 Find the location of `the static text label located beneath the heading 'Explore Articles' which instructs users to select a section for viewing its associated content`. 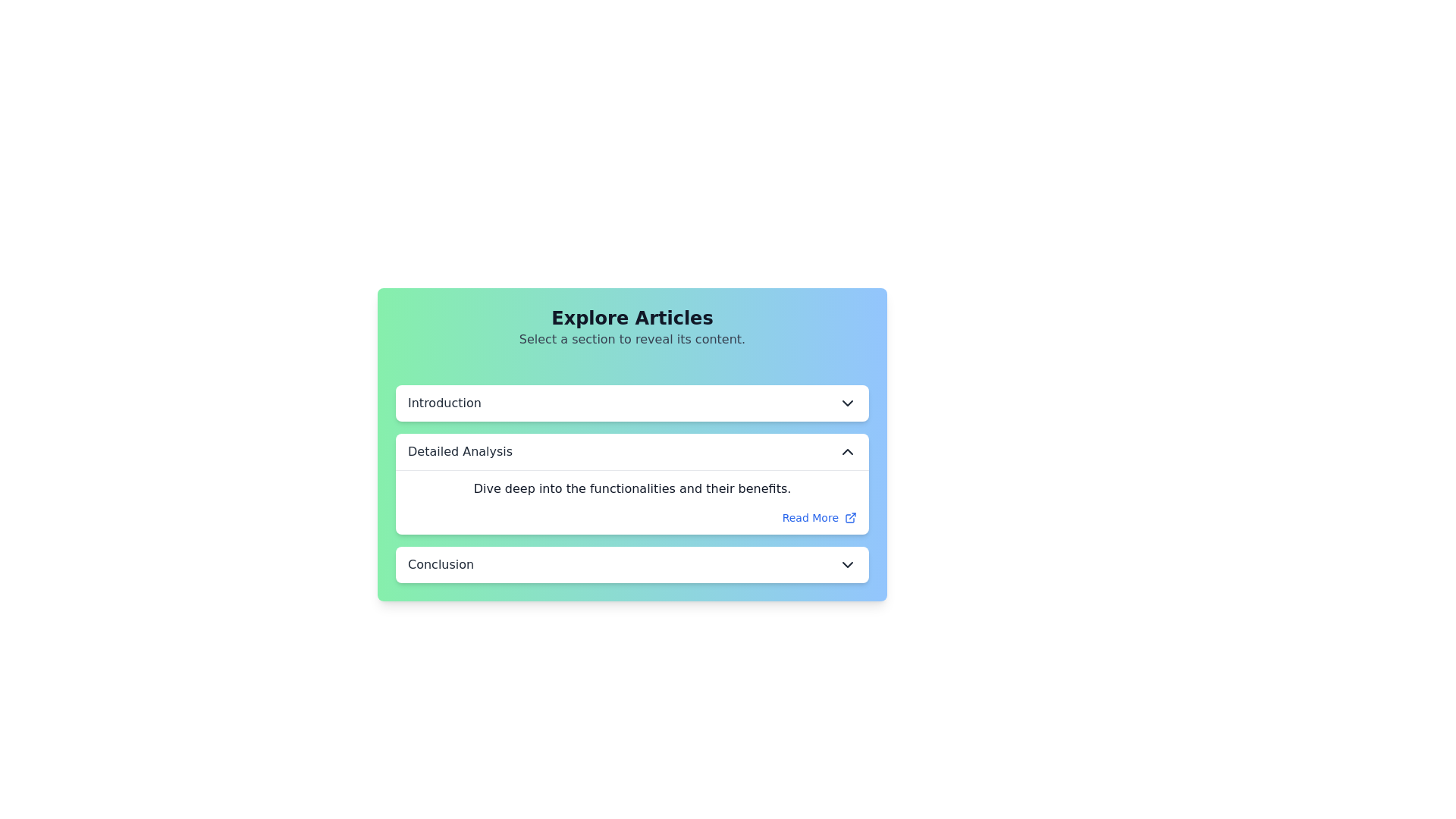

the static text label located beneath the heading 'Explore Articles' which instructs users to select a section for viewing its associated content is located at coordinates (632, 338).